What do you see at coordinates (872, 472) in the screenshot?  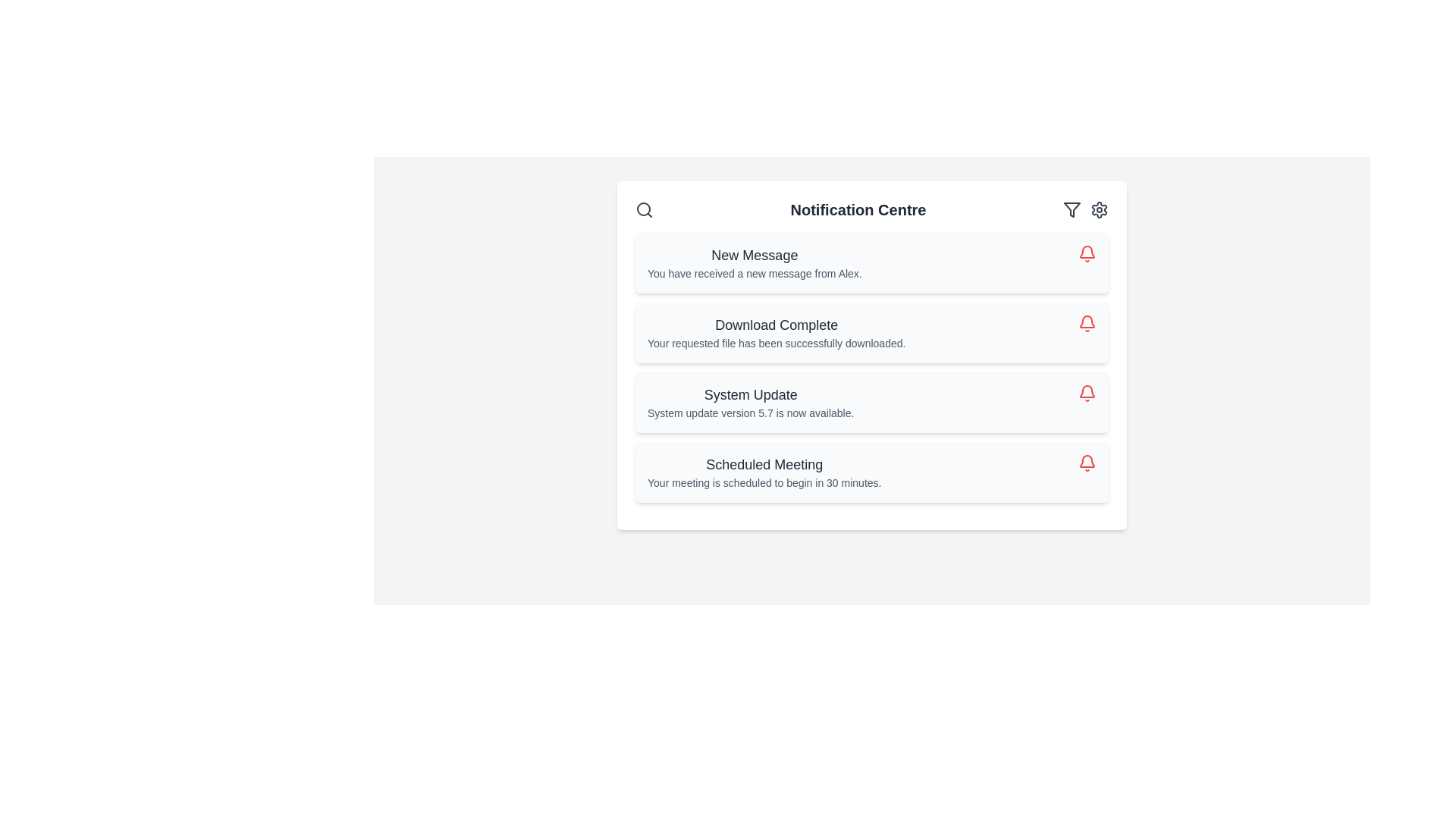 I see `details of the meeting from the fourth notification card in the Notification Centre, which is positioned below the System Update card` at bounding box center [872, 472].